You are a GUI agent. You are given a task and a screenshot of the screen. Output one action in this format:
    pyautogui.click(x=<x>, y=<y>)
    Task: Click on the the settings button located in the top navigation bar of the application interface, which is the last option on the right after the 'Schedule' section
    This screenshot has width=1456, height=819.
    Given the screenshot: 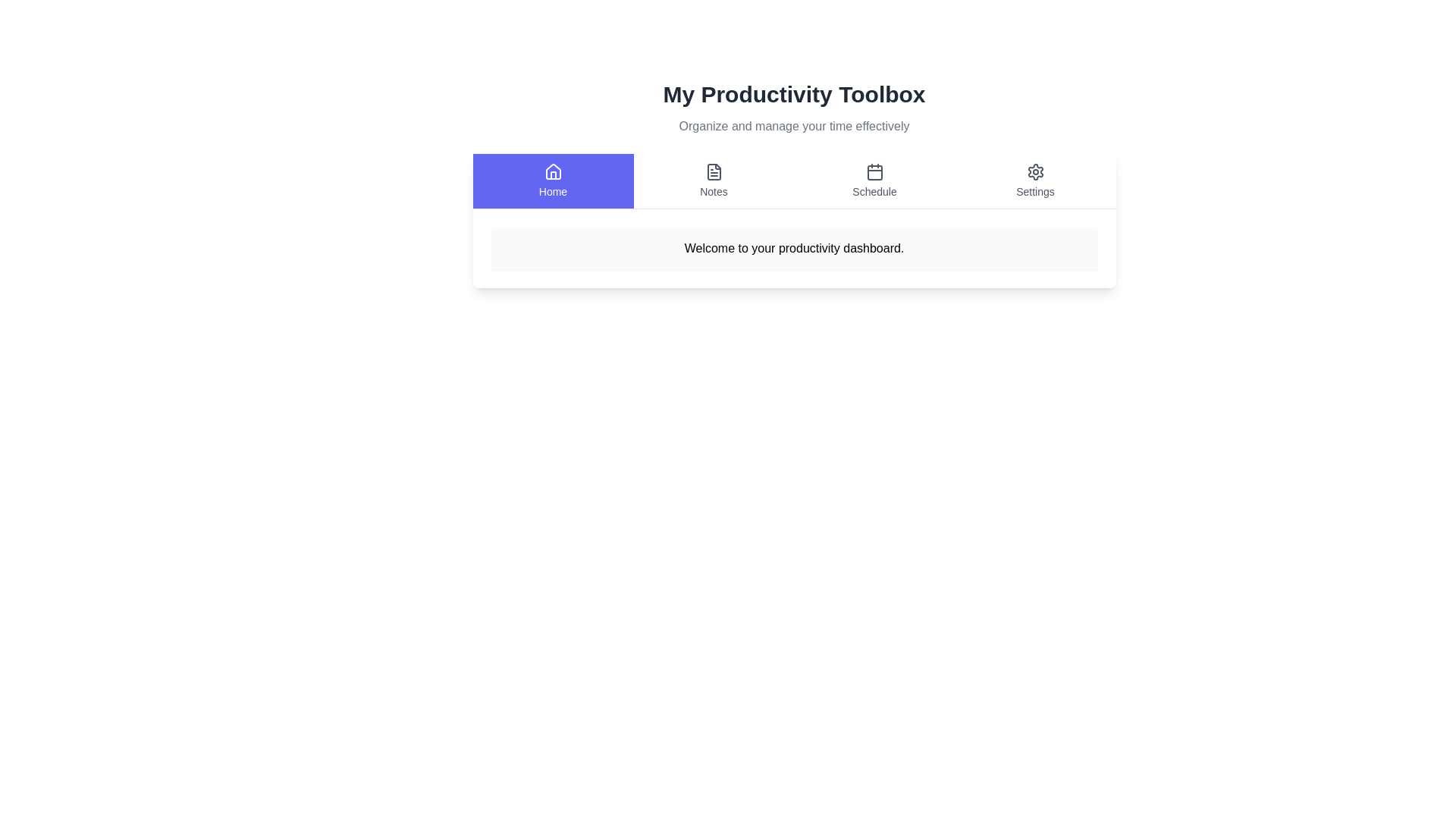 What is the action you would take?
    pyautogui.click(x=1034, y=180)
    